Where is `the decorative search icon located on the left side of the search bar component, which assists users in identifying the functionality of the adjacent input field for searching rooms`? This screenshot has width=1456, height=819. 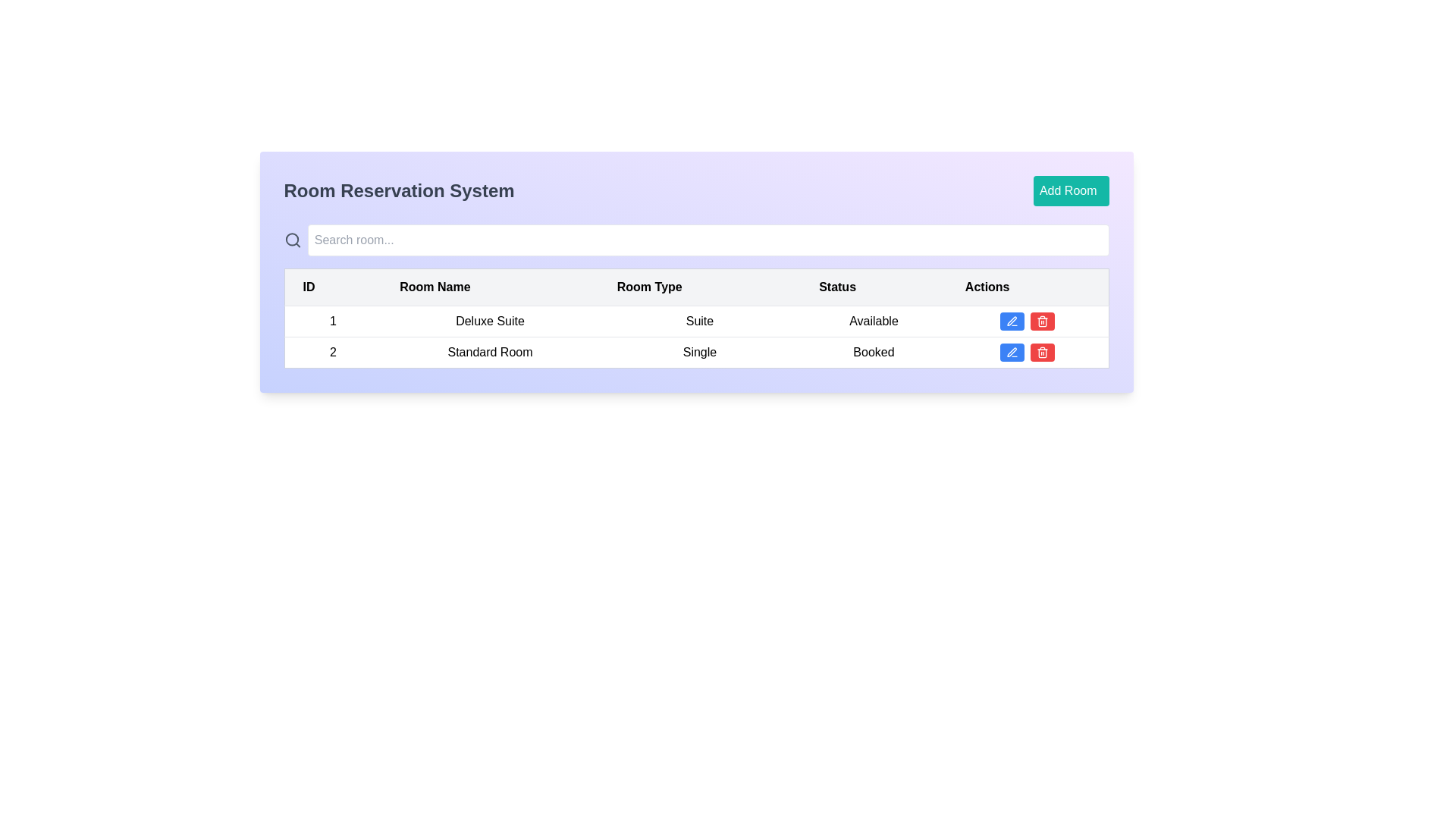
the decorative search icon located on the left side of the search bar component, which assists users in identifying the functionality of the adjacent input field for searching rooms is located at coordinates (293, 239).